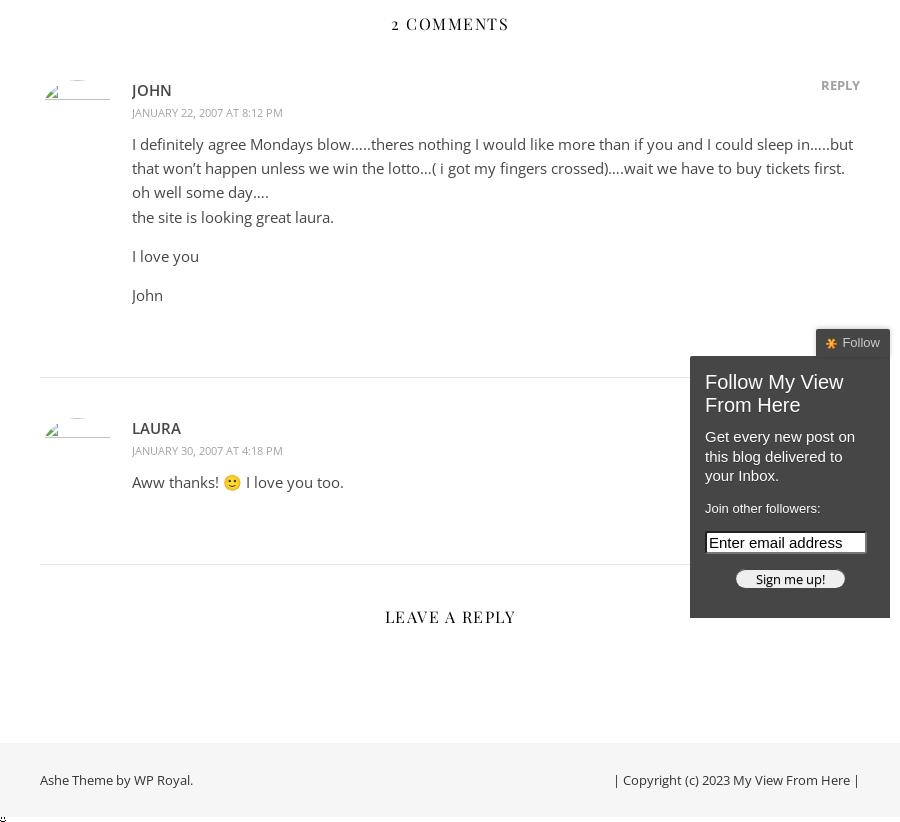  Describe the element at coordinates (773, 393) in the screenshot. I see `'Follow My View From Here'` at that location.